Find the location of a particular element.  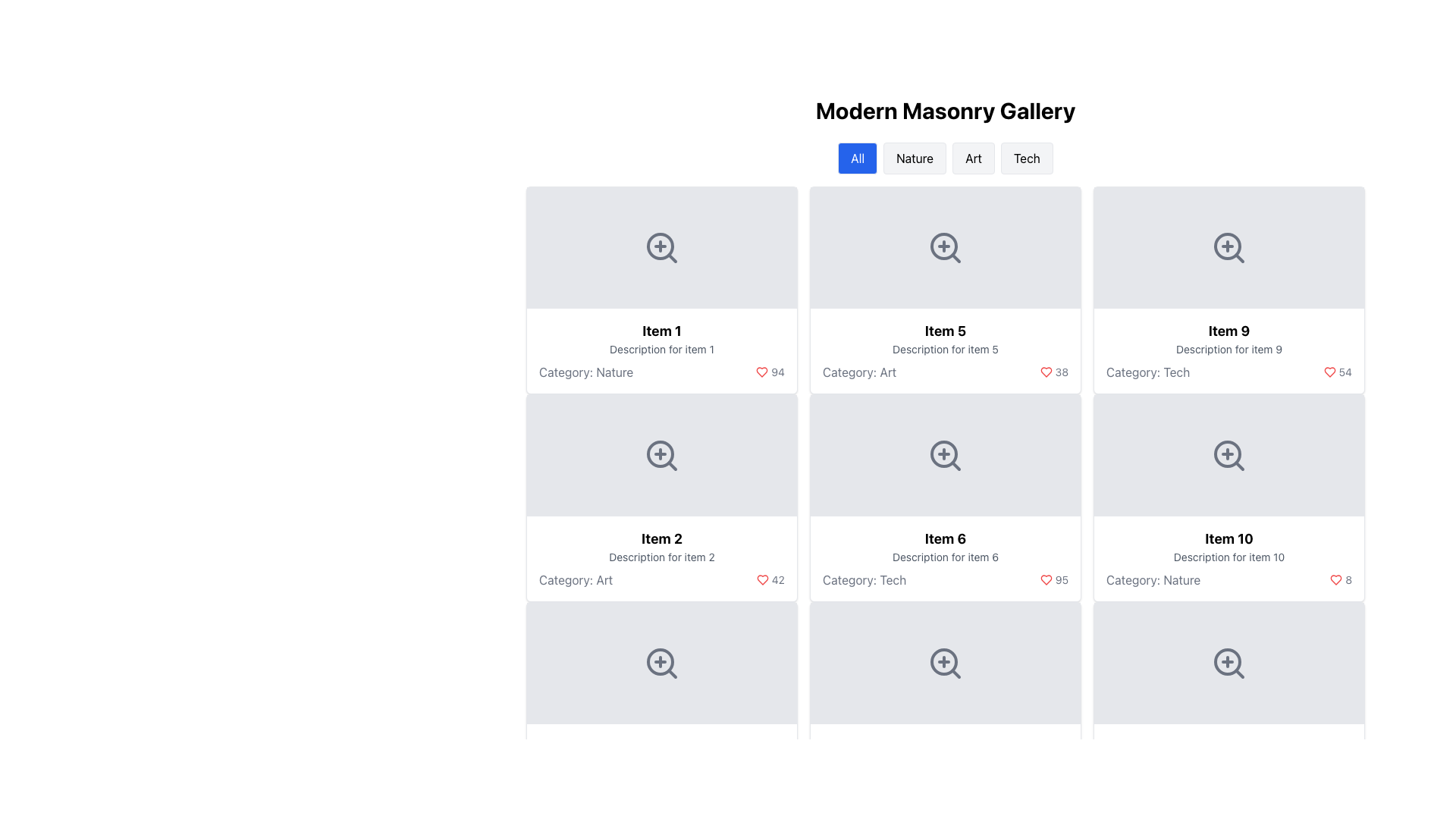

the magnifying glass icon with a plus sign in its center, located in the second row, first column of the grid under 'Modern Masonry Gallery' is located at coordinates (662, 455).